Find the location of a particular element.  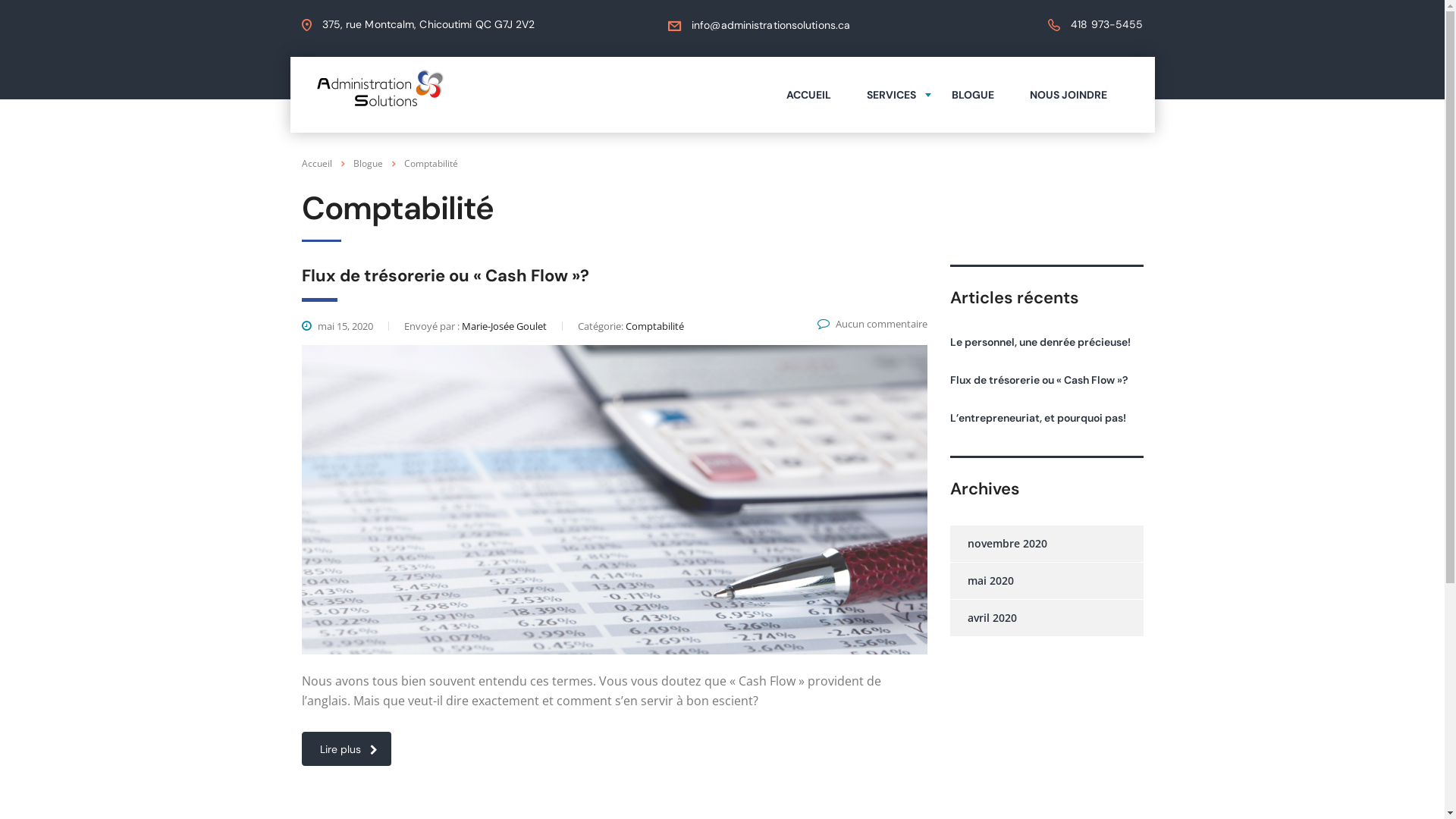

'NOUS JOINDRE' is located at coordinates (1066, 94).